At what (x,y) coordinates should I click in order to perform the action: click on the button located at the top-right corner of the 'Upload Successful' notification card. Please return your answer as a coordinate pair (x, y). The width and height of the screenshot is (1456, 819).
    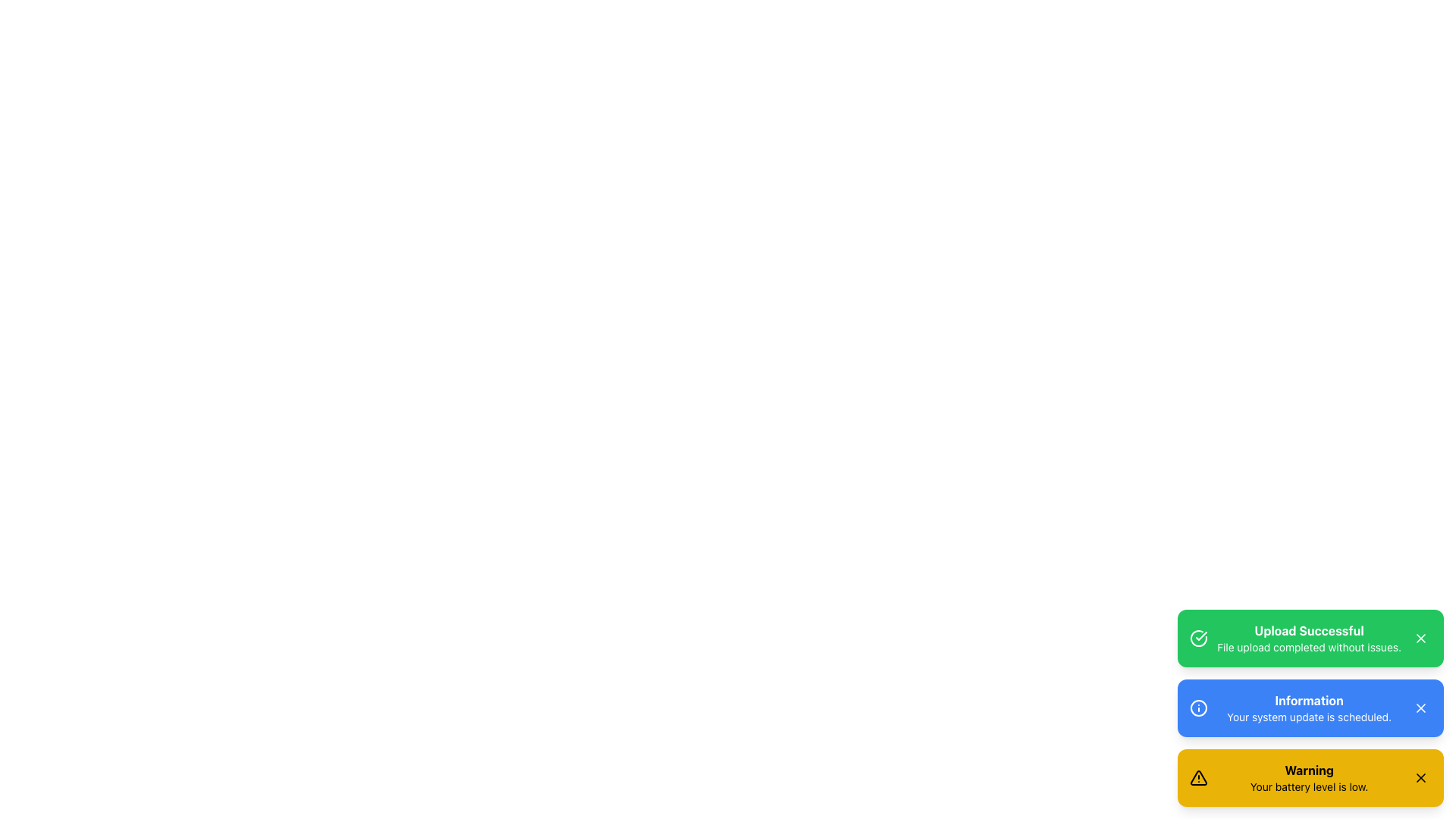
    Looking at the image, I should click on (1420, 638).